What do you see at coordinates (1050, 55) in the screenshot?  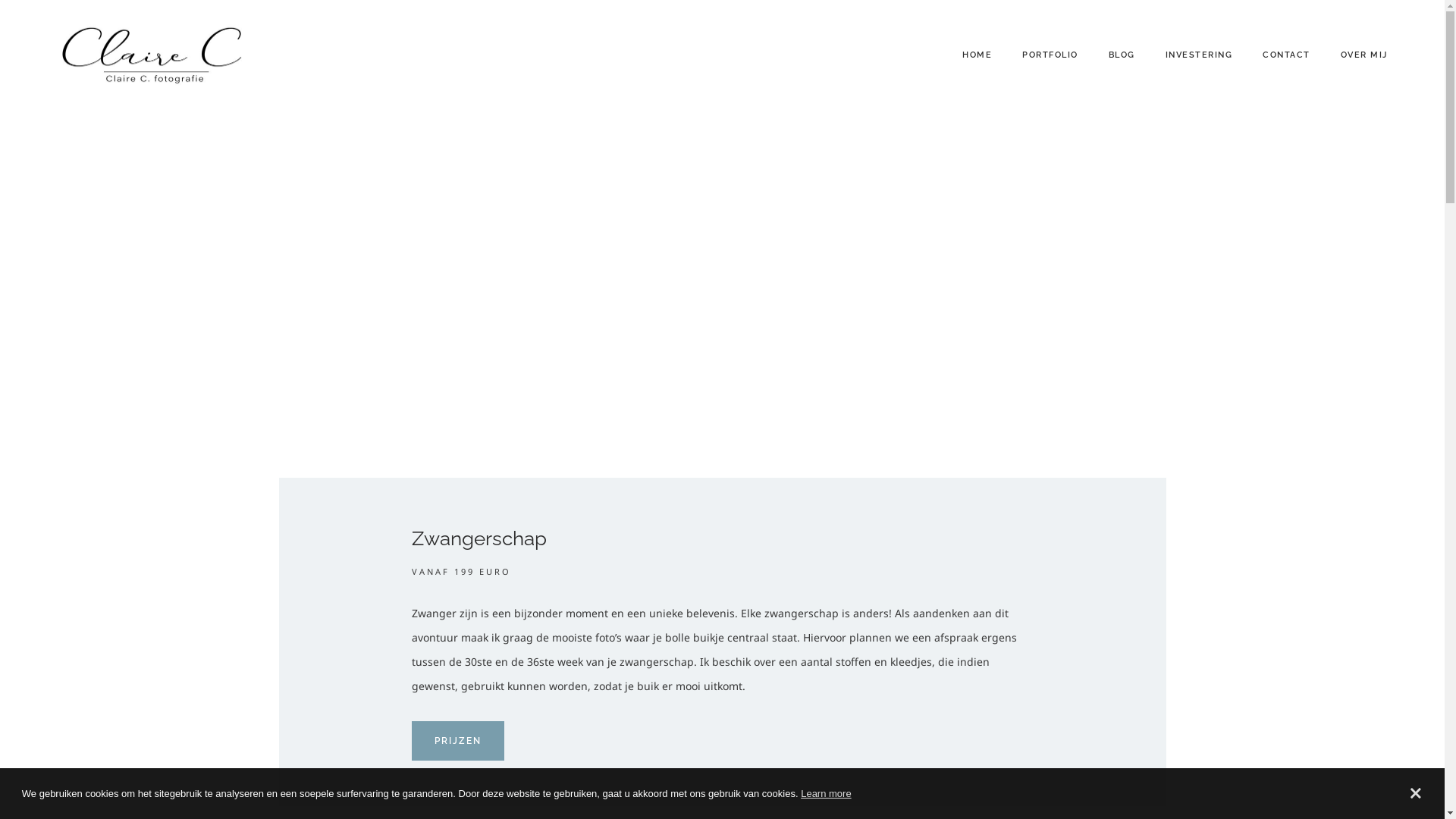 I see `'PORTFOLIO'` at bounding box center [1050, 55].